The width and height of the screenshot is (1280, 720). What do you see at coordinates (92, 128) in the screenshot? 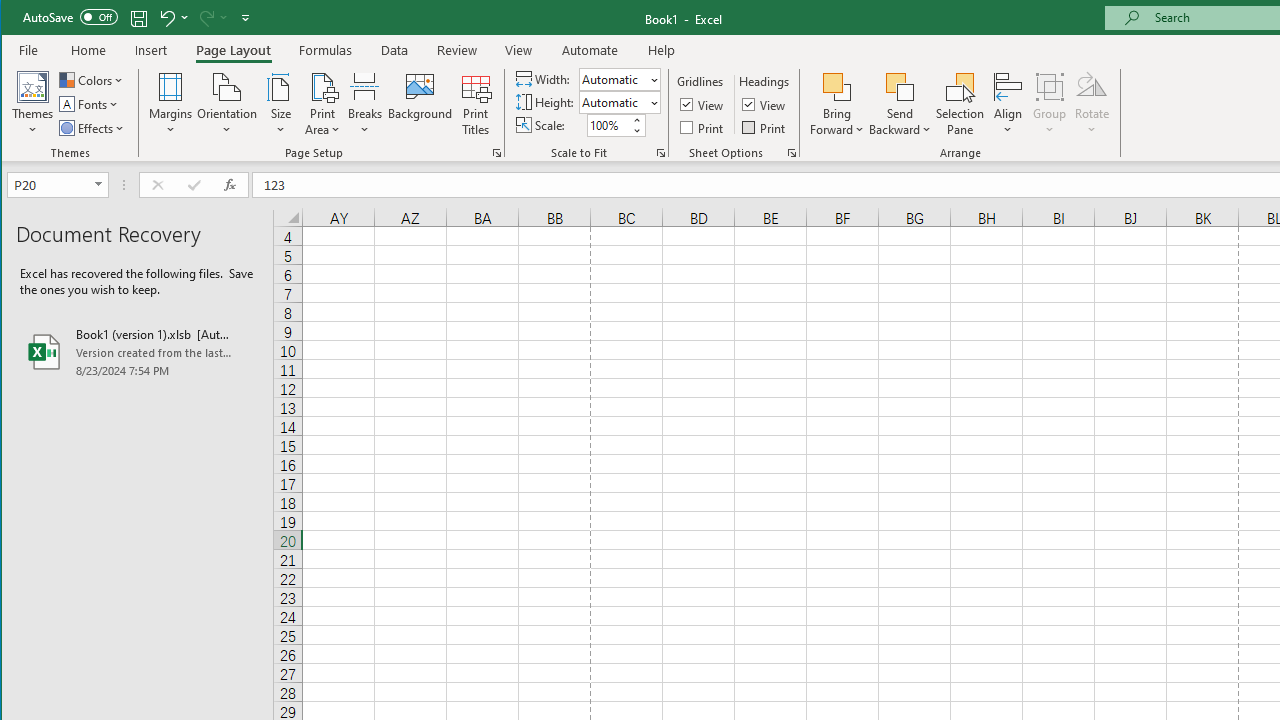
I see `'Effects'` at bounding box center [92, 128].